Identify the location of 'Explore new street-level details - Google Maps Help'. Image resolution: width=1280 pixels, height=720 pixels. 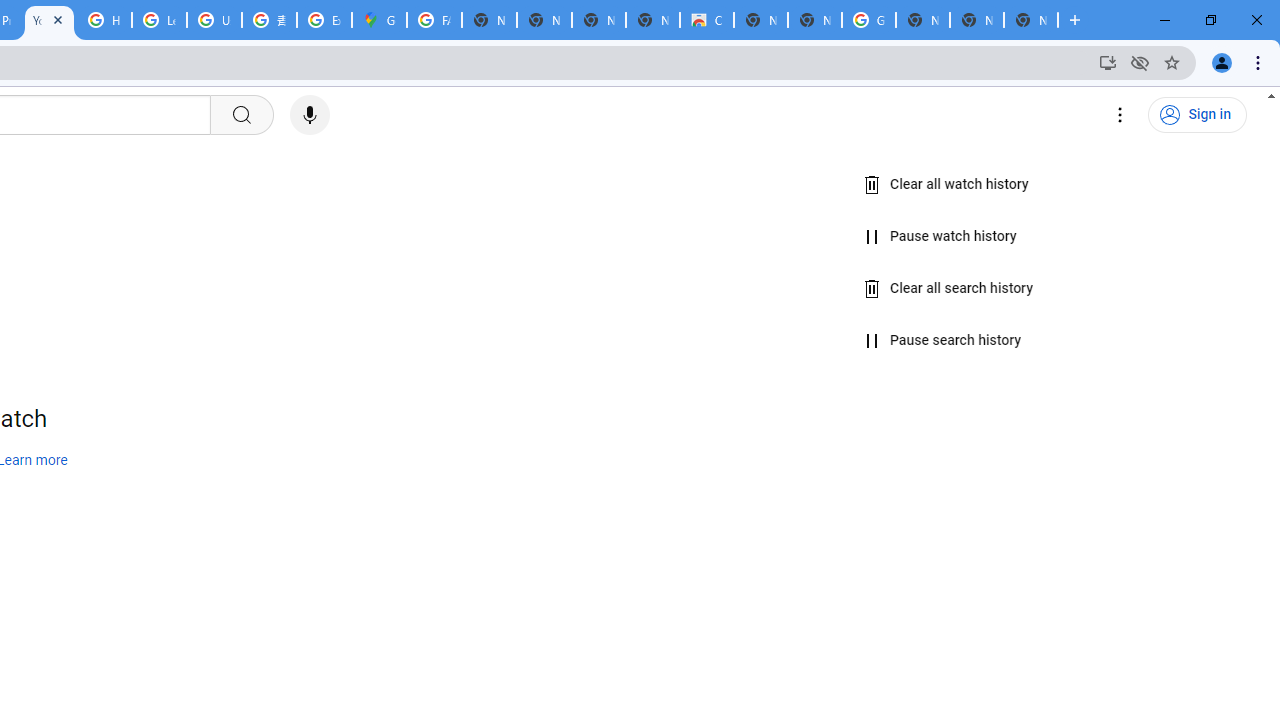
(324, 20).